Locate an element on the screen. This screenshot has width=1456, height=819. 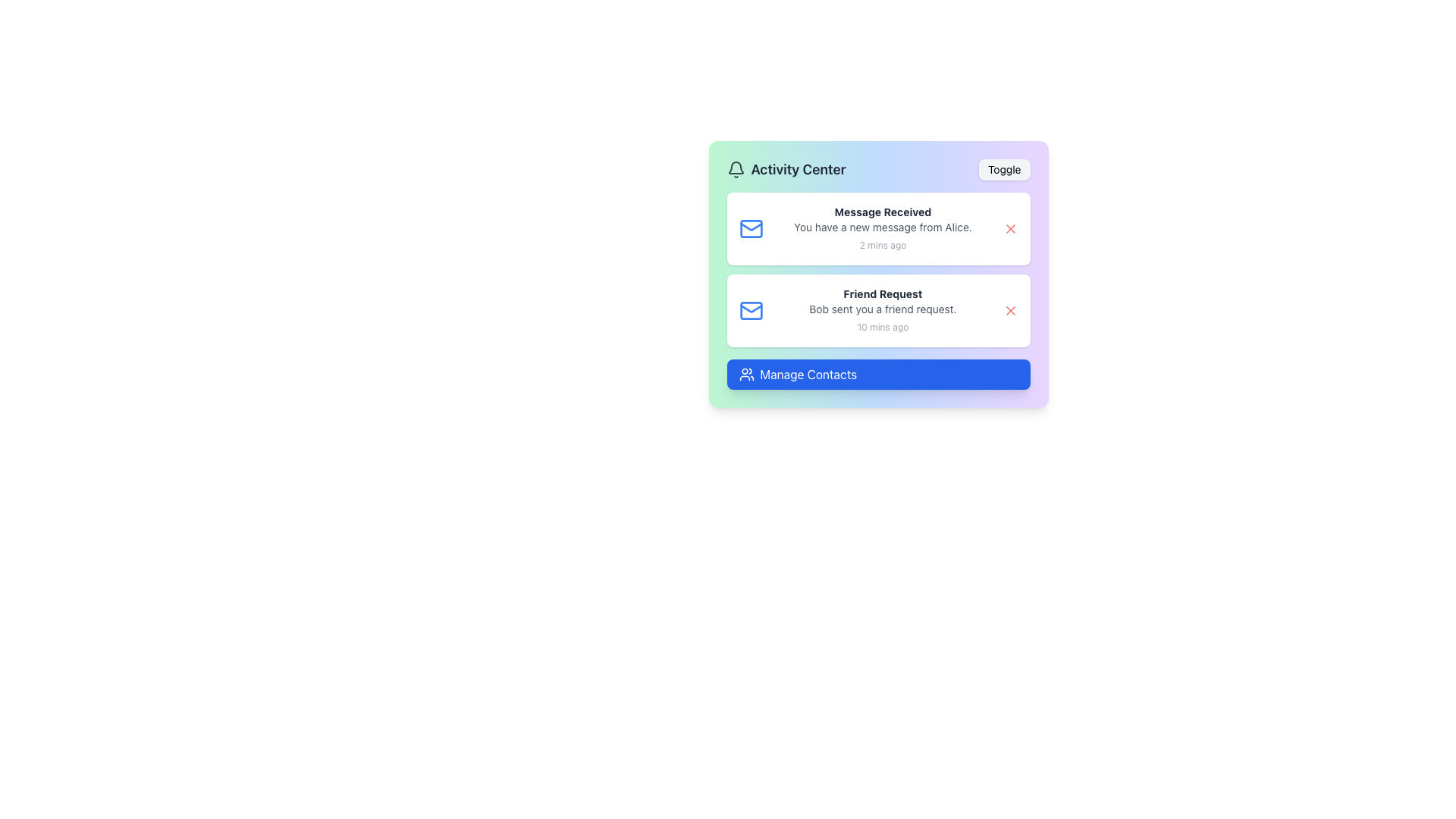
the text label reading '10 mins ago,' which is styled in a small gray font and located under the 'Friend Request' section in the Activity Center panel is located at coordinates (883, 326).